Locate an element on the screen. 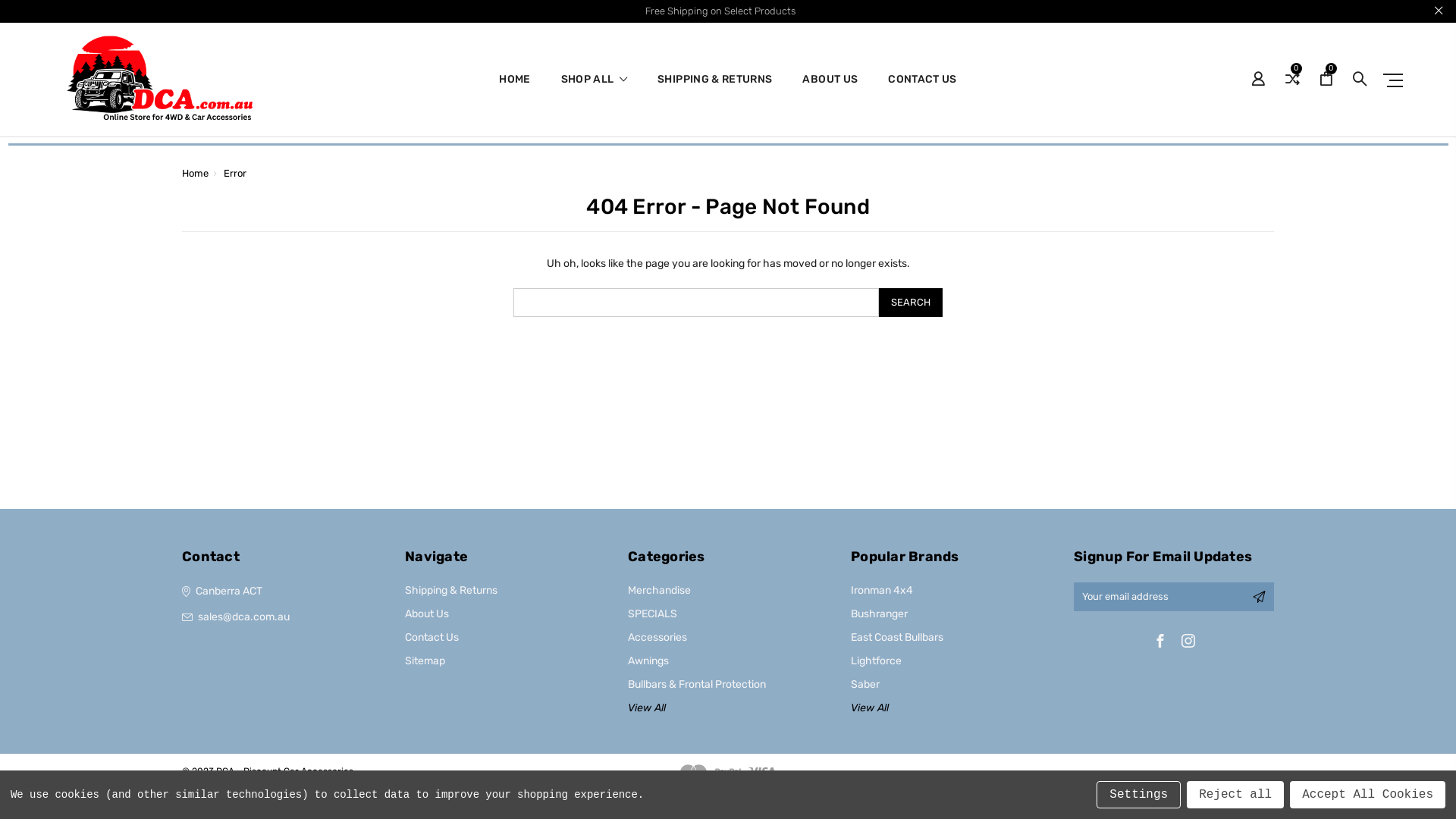 The image size is (1456, 819). 'East Coast Bullbars' is located at coordinates (896, 637).